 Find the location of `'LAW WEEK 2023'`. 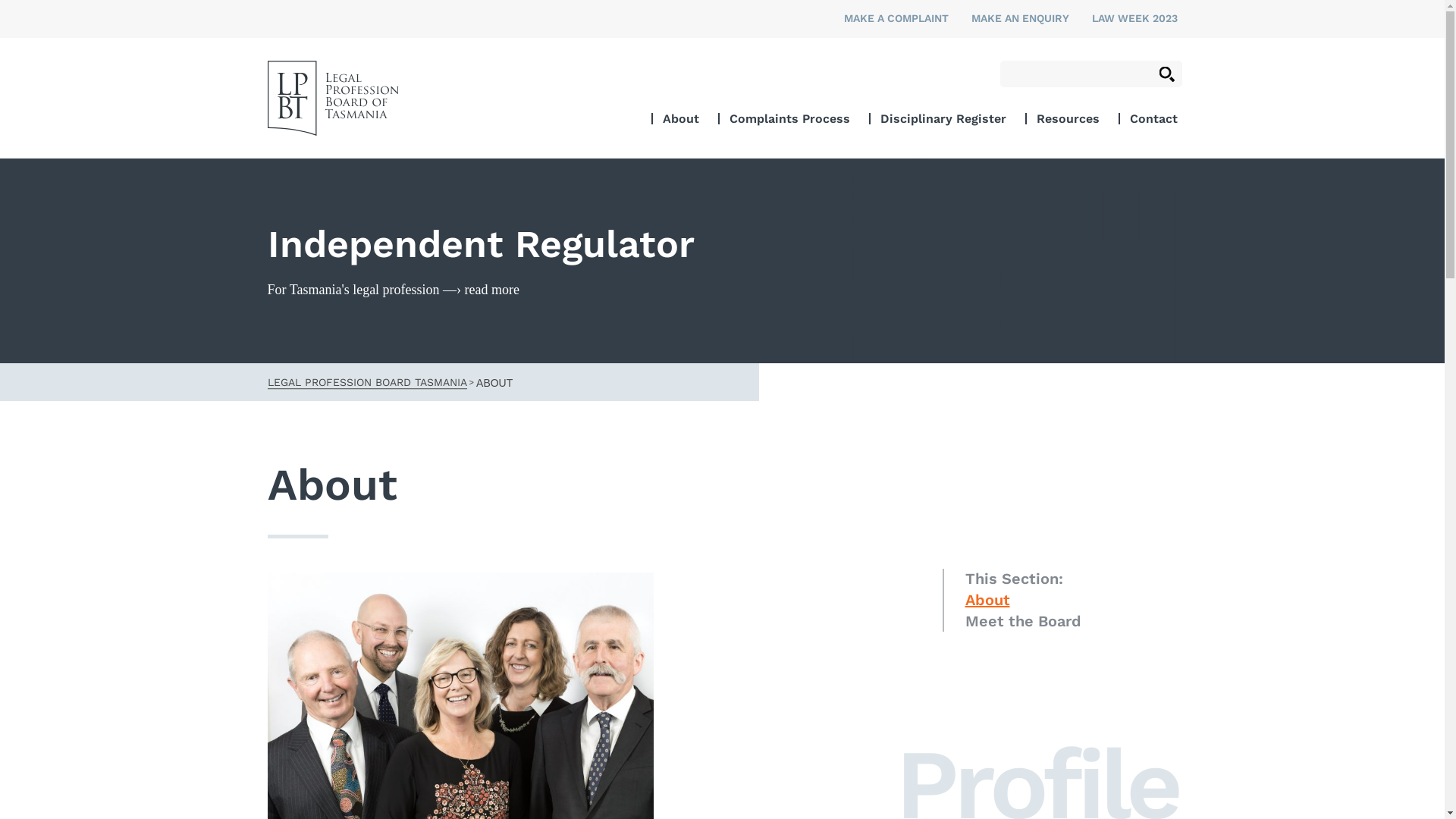

'LAW WEEK 2023' is located at coordinates (1134, 17).